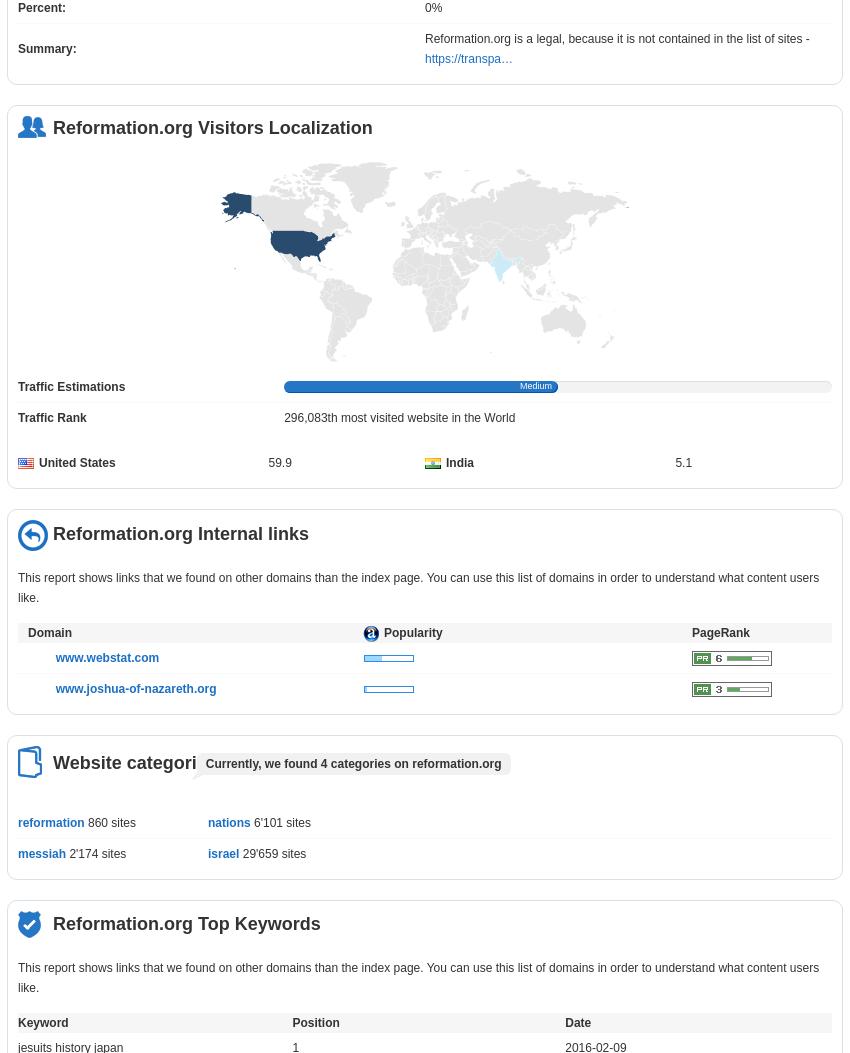 The image size is (850, 1053). I want to click on 'most visited website in the World', so click(425, 418).